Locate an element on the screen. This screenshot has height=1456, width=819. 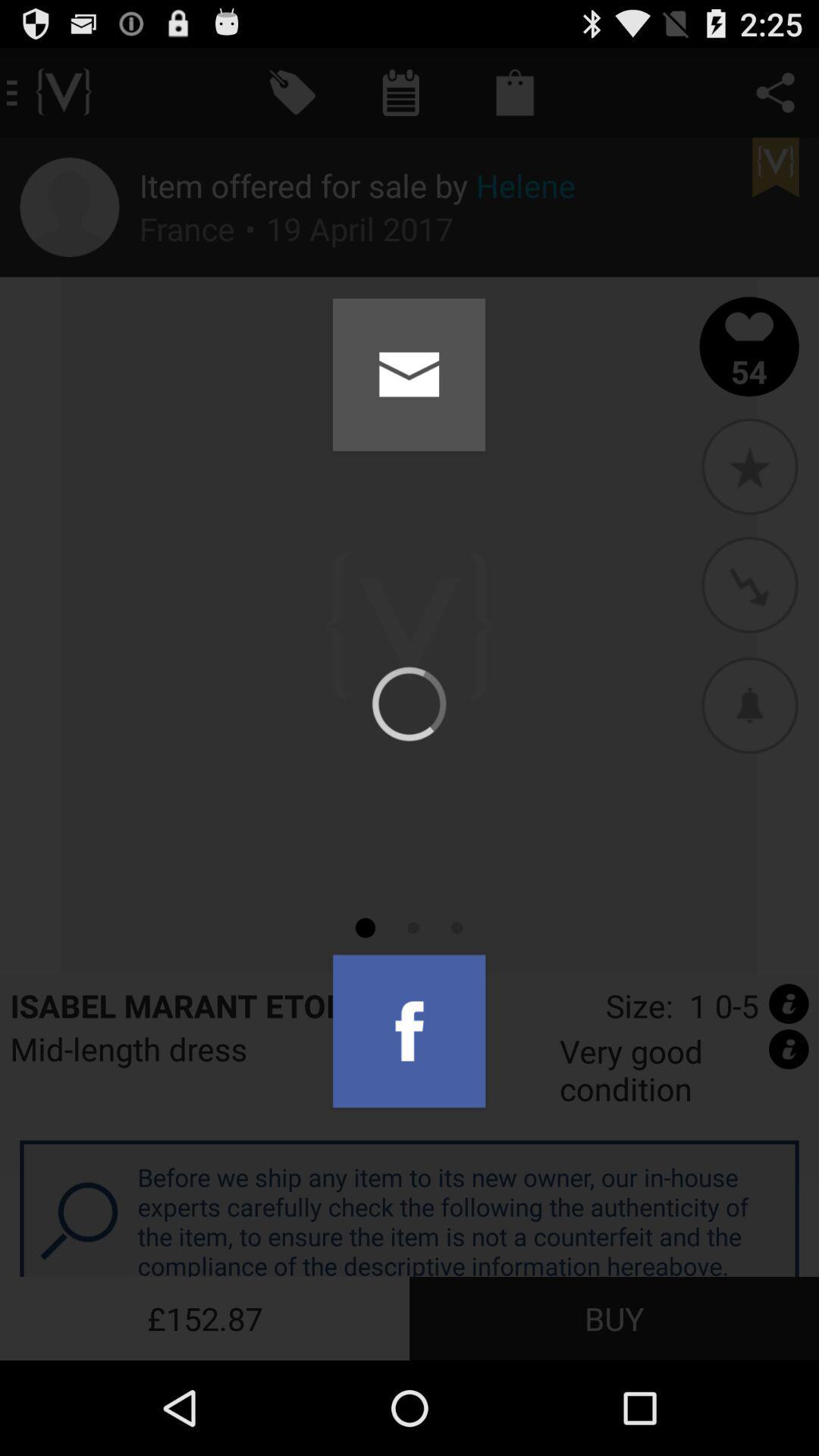
app to the left of item offered for item is located at coordinates (69, 206).